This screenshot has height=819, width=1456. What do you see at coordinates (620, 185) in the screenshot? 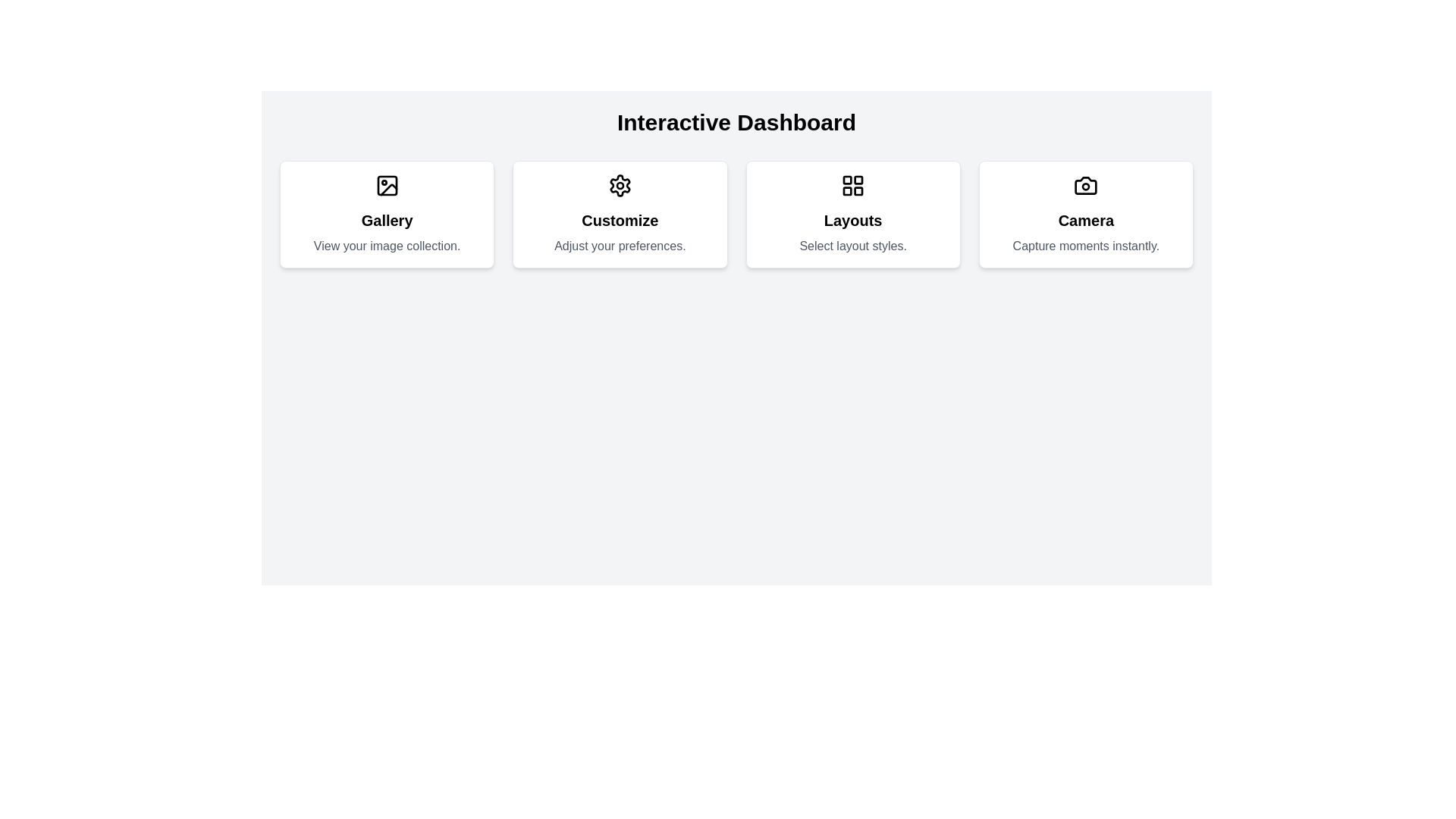
I see `the cogwheel-shaped icon in the Customize section of the dashboard interface, which is located between the Gallery and Layouts sections` at bounding box center [620, 185].